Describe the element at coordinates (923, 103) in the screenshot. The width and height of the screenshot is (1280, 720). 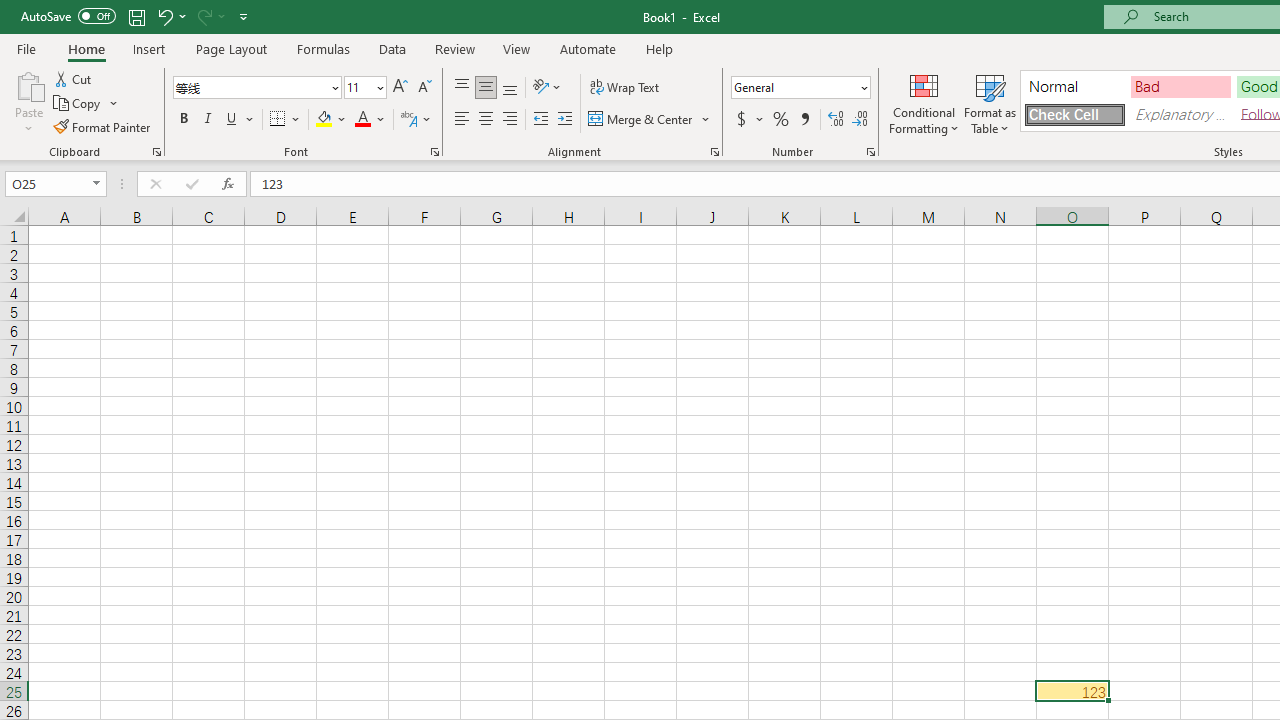
I see `'Conditional Formatting'` at that location.